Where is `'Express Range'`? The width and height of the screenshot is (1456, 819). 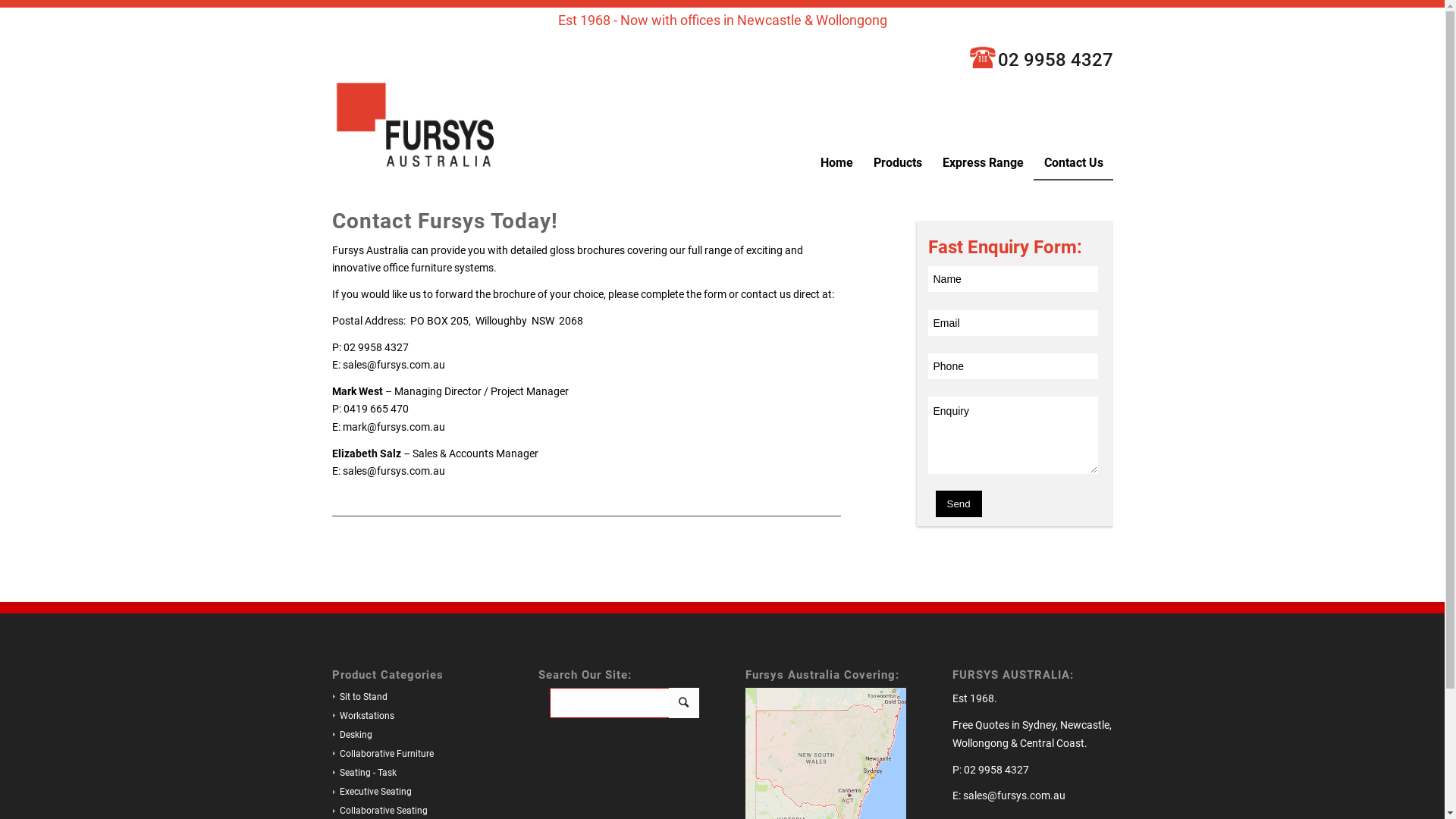 'Express Range' is located at coordinates (982, 162).